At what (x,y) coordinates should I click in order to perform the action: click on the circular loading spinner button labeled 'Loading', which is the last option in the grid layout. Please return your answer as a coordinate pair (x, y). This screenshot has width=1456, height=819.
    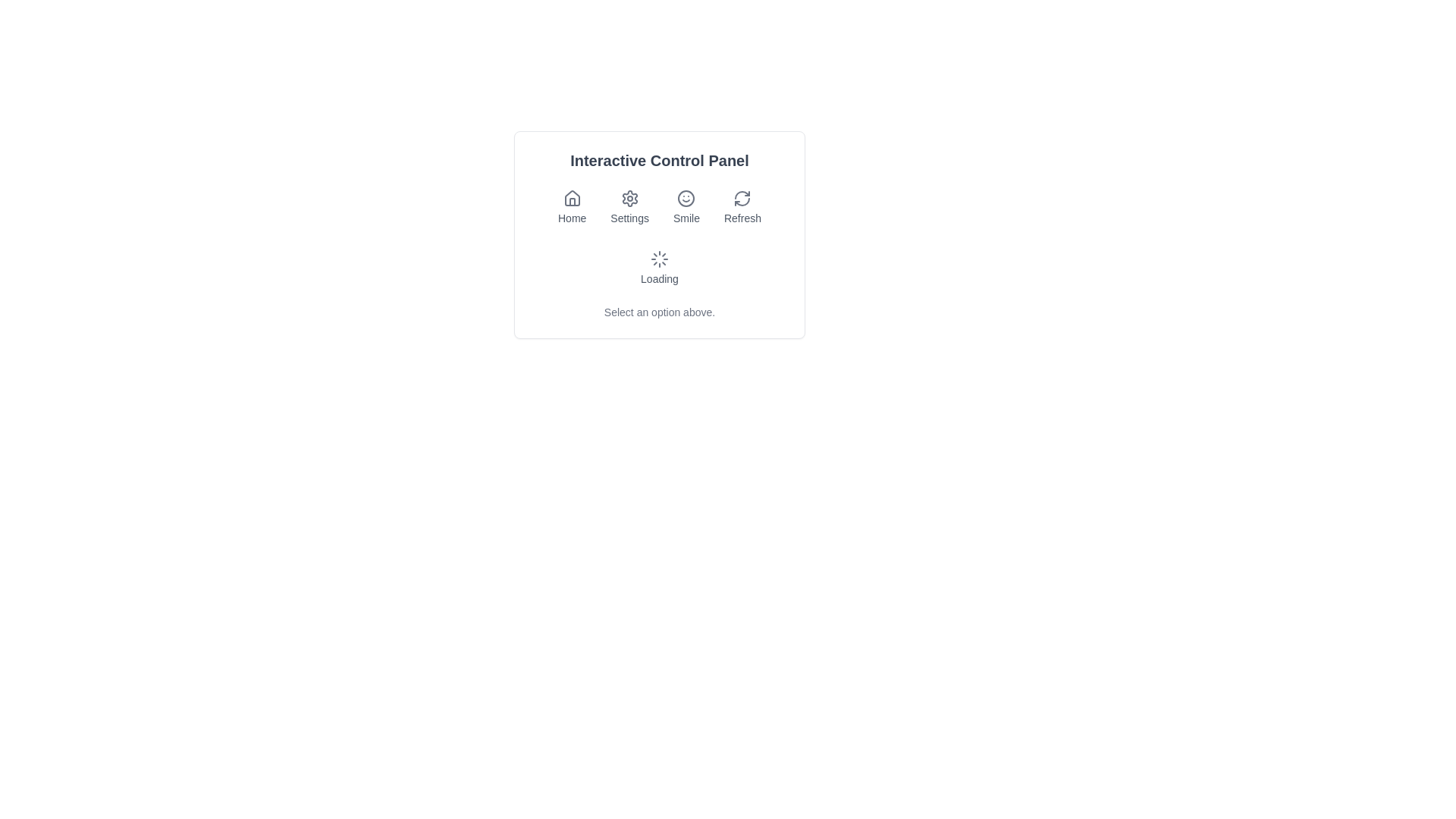
    Looking at the image, I should click on (659, 268).